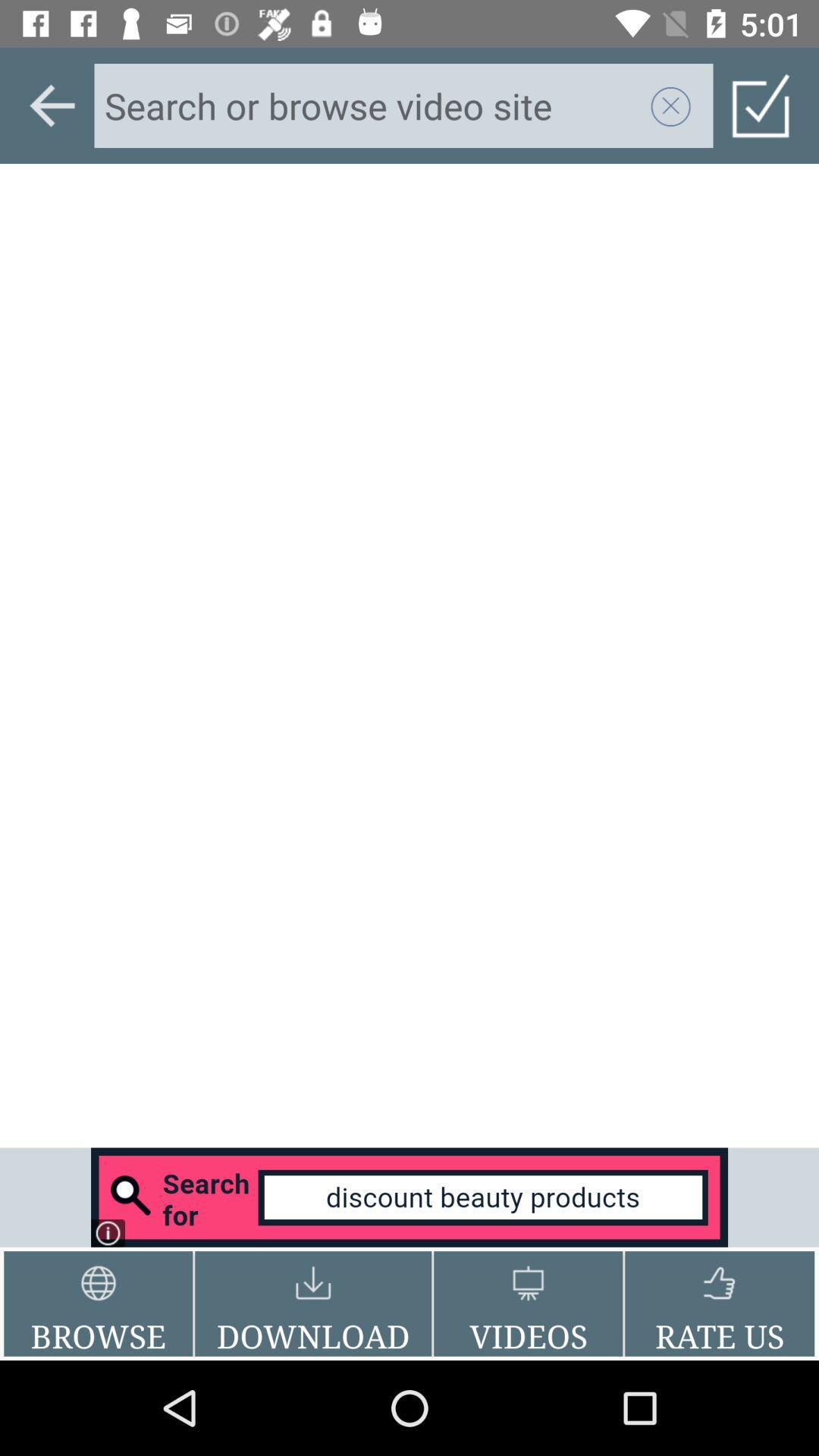  What do you see at coordinates (670, 105) in the screenshot?
I see `cancel search` at bounding box center [670, 105].